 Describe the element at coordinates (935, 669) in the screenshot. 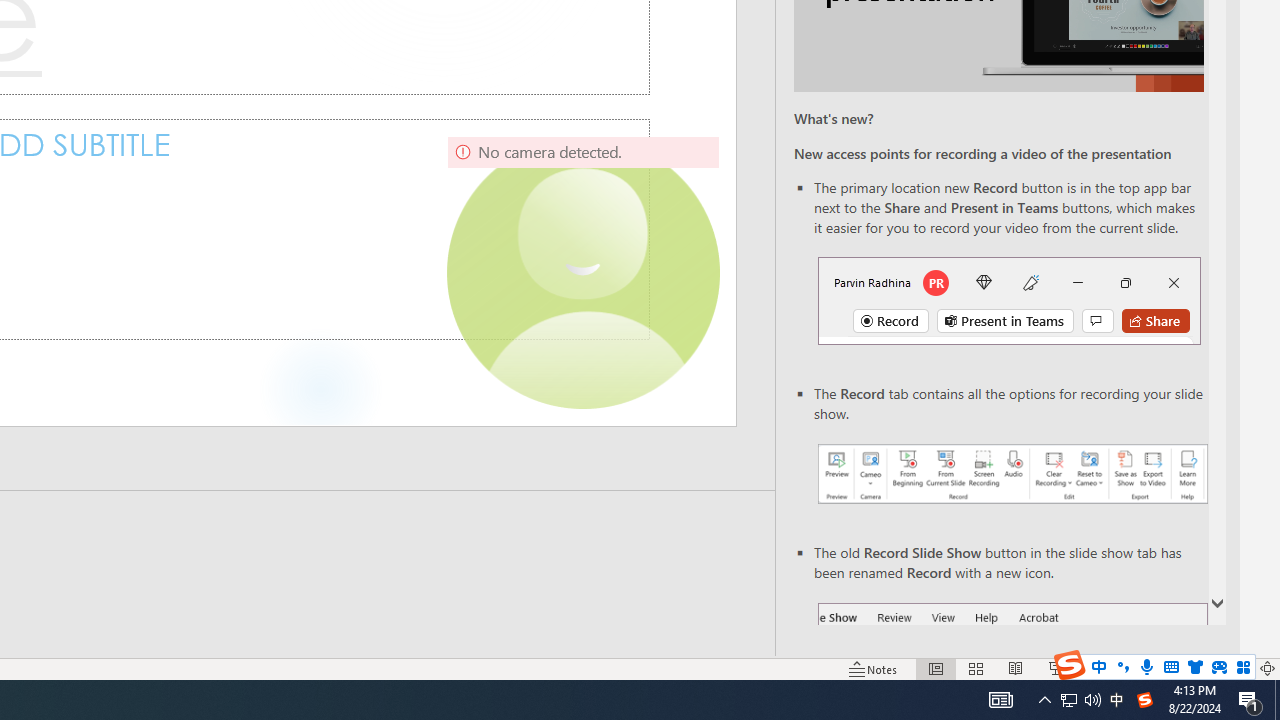

I see `'Normal'` at that location.